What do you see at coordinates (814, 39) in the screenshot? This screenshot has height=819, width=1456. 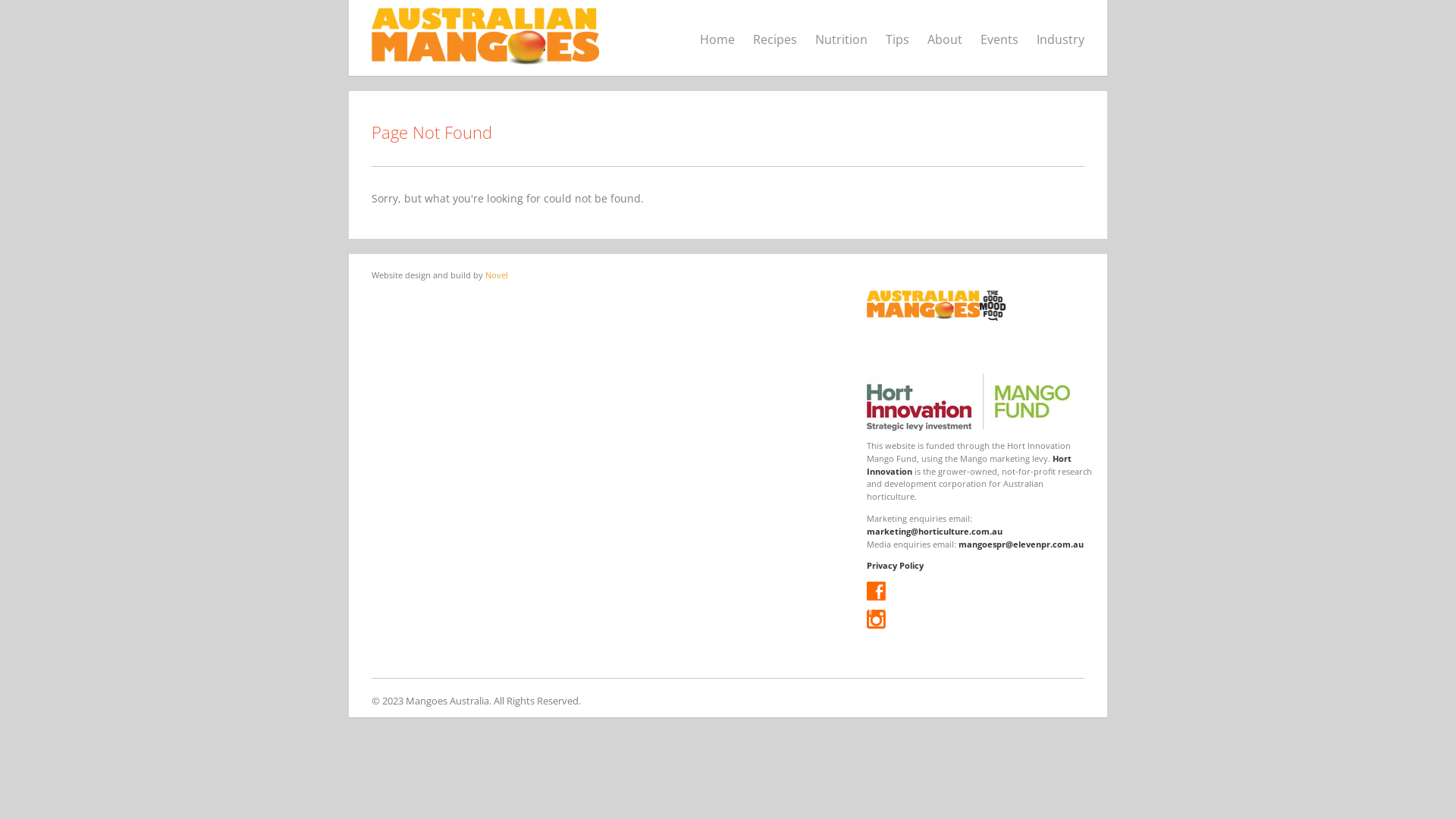 I see `'Nutrition'` at bounding box center [814, 39].